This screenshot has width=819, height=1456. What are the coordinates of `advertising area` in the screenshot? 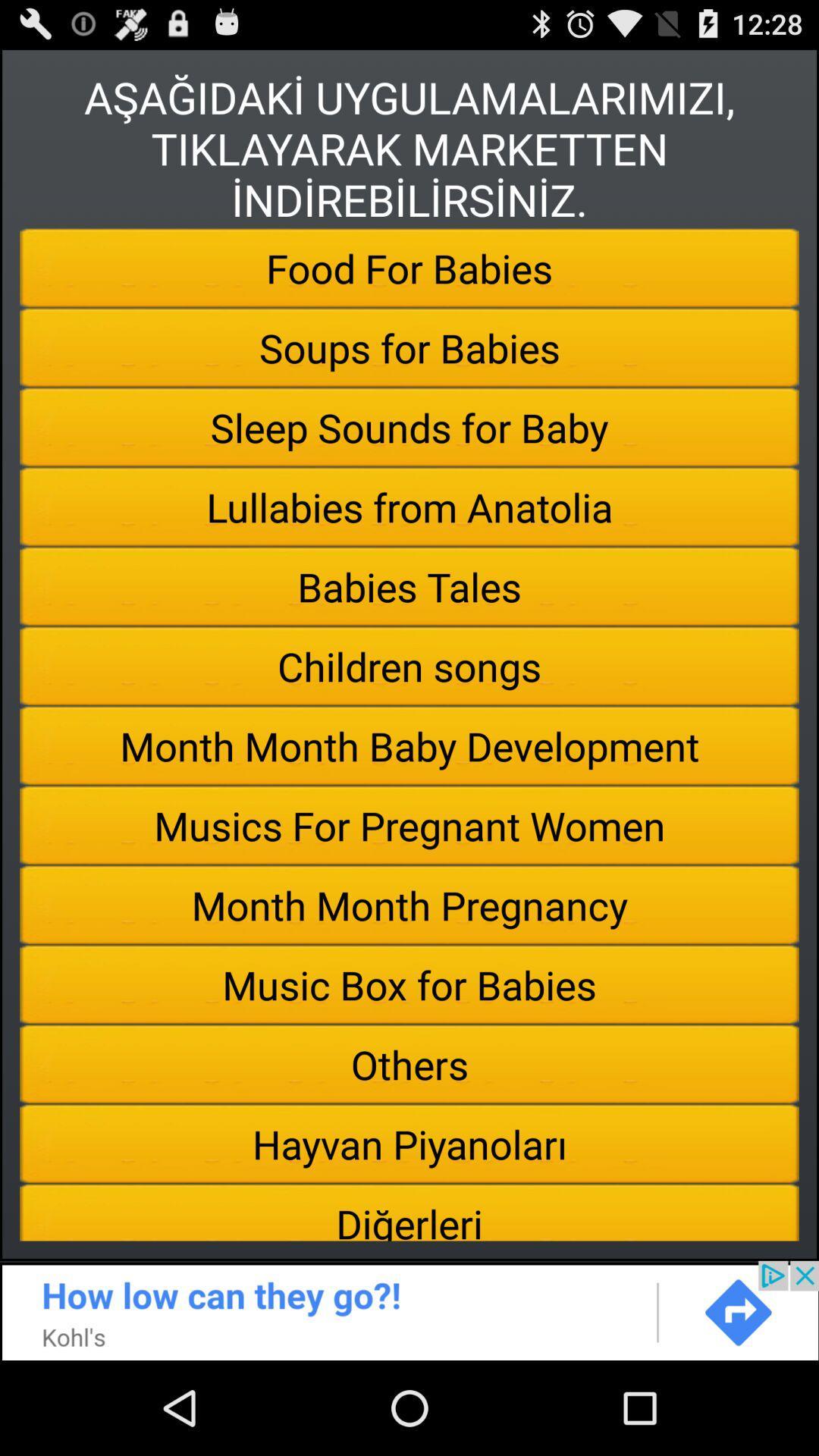 It's located at (409, 1310).